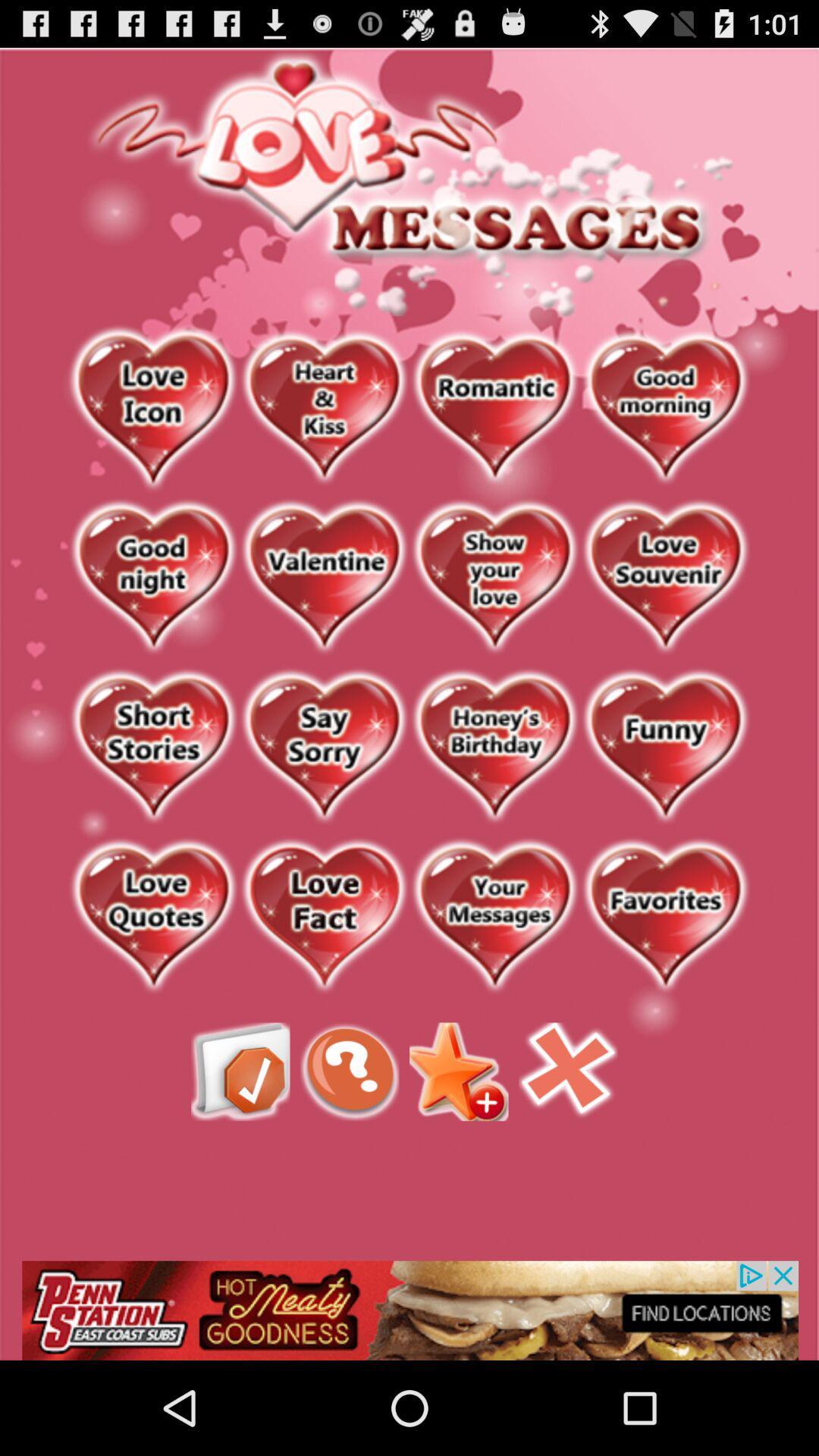 The width and height of the screenshot is (819, 1456). Describe the element at coordinates (153, 748) in the screenshot. I see `short stories` at that location.